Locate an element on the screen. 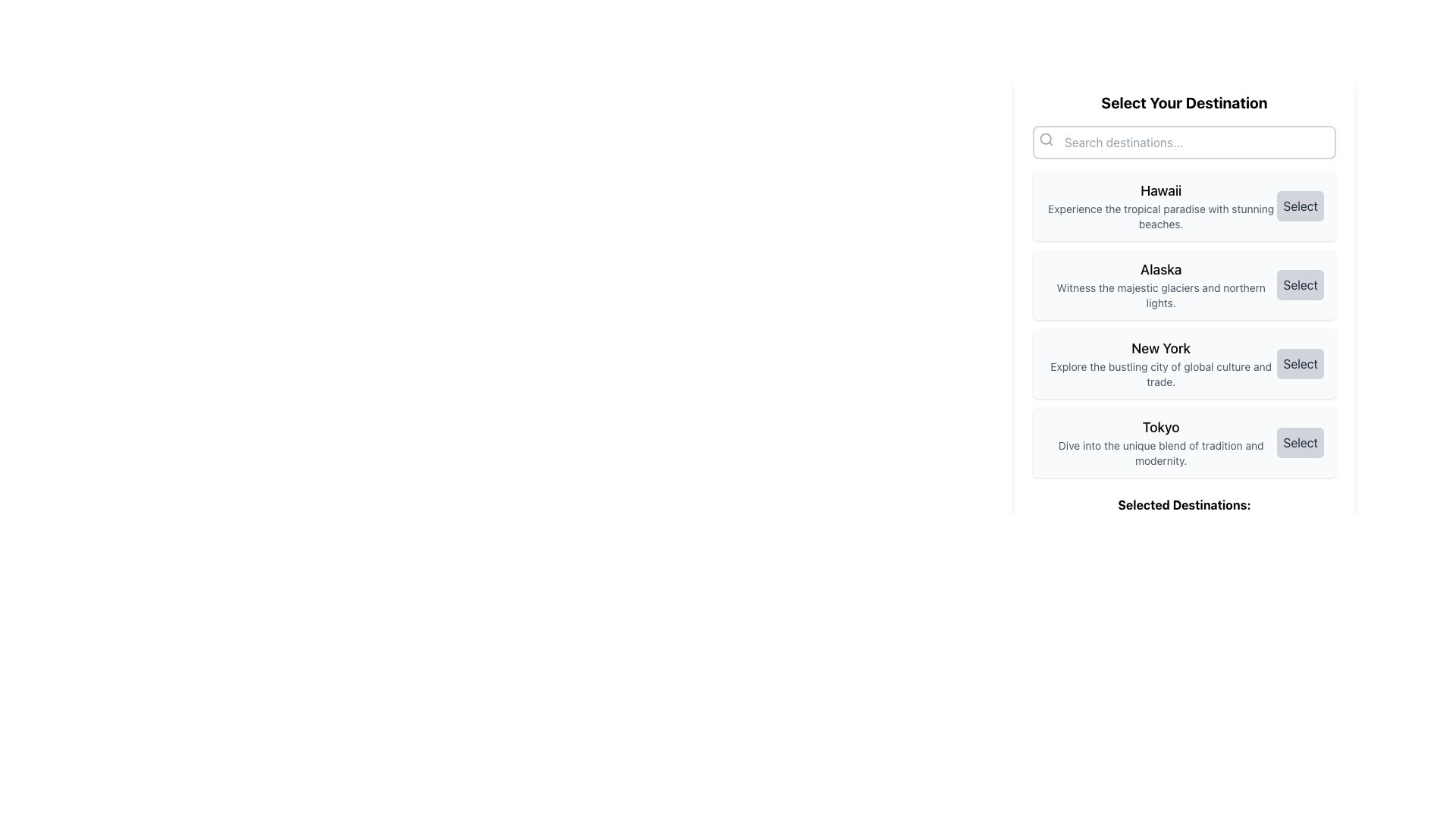 The width and height of the screenshot is (1456, 819). the descriptive text label providing information about the 'Hawaii' destination, which is positioned directly below the 'Hawaii' title in the vertical list of destinations is located at coordinates (1160, 216).